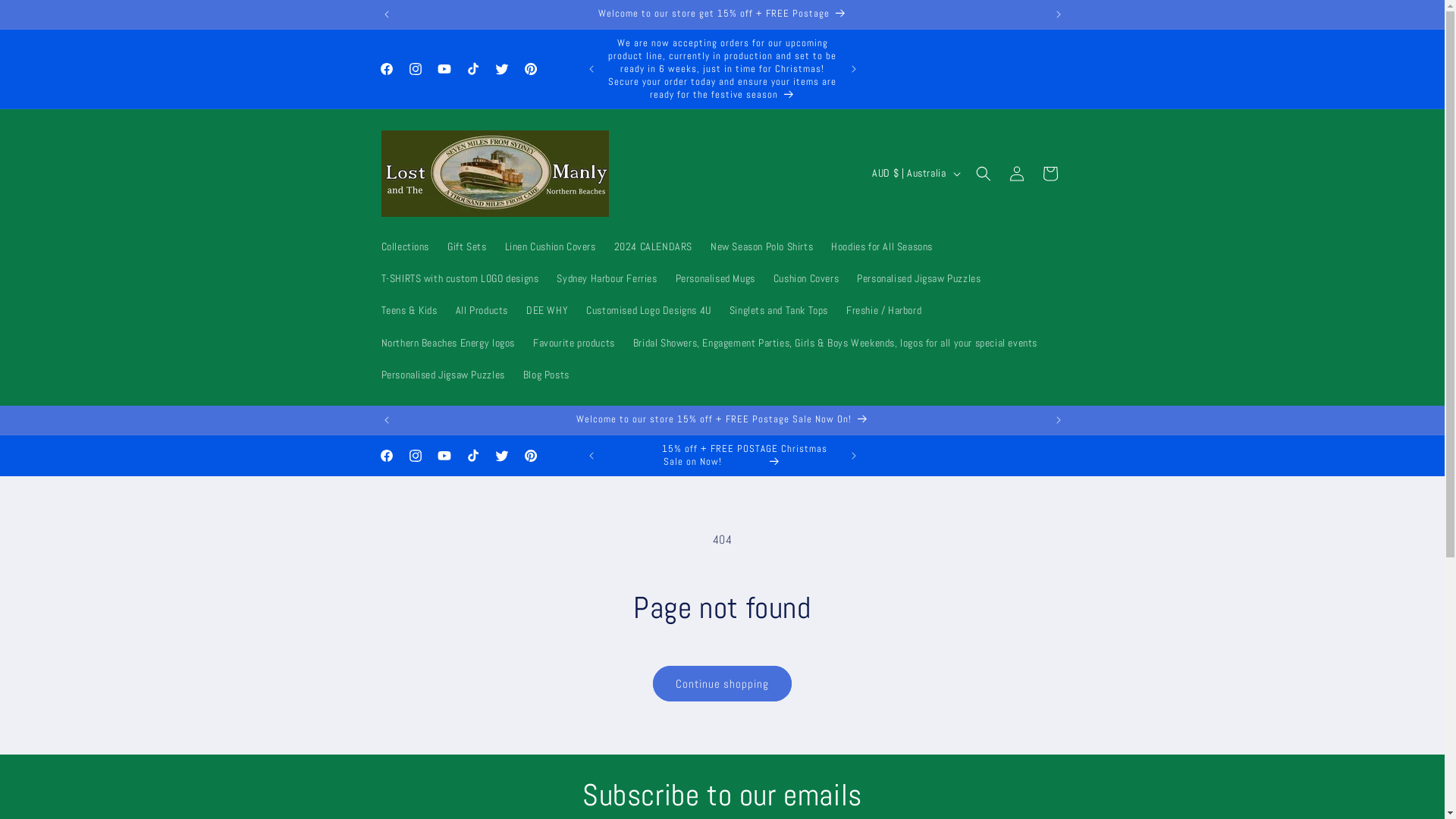 The image size is (1456, 819). I want to click on 'TikTok', so click(457, 69).